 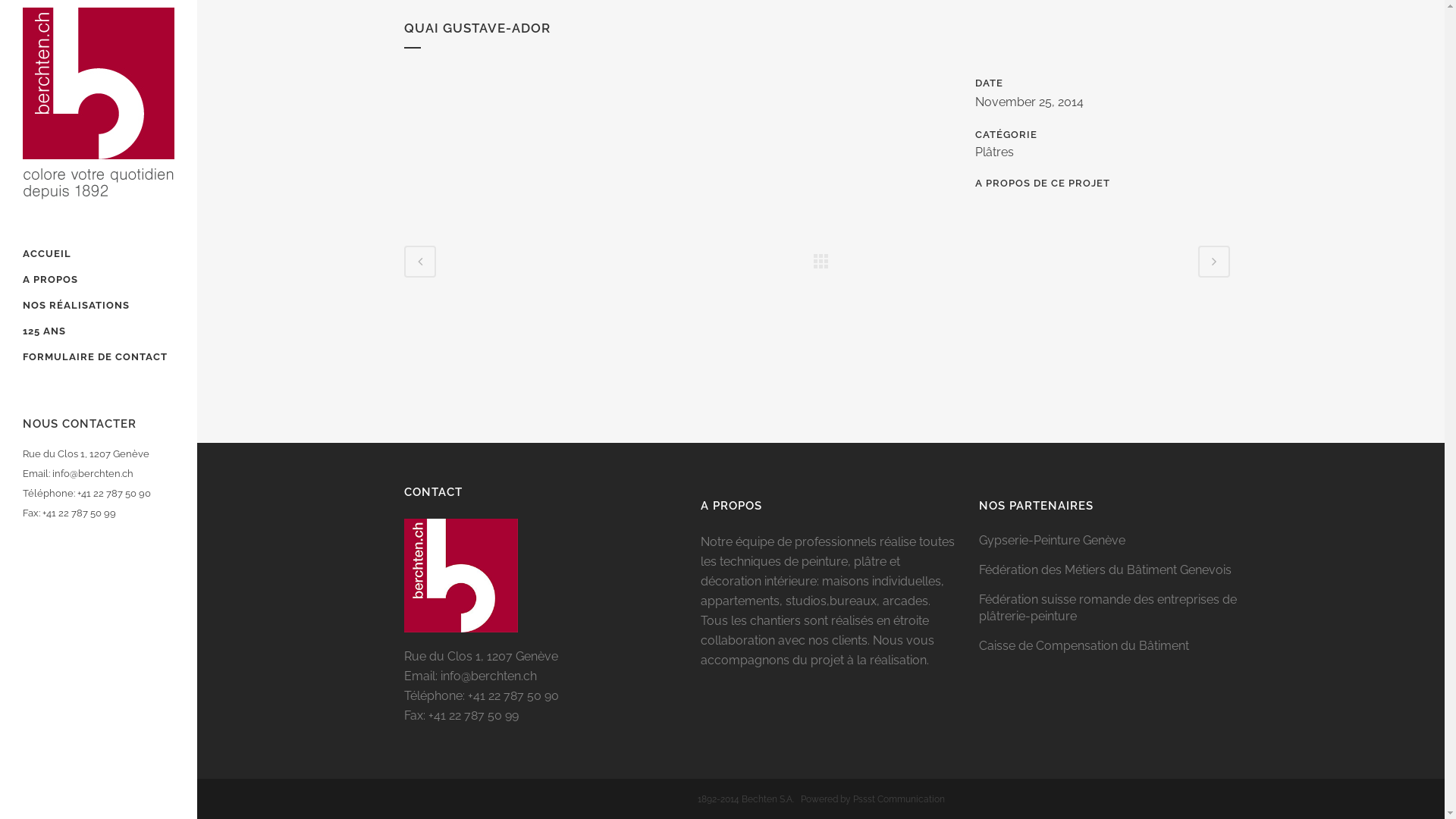 I want to click on 'FORMULAIRE DE CONTACT', so click(x=22, y=356).